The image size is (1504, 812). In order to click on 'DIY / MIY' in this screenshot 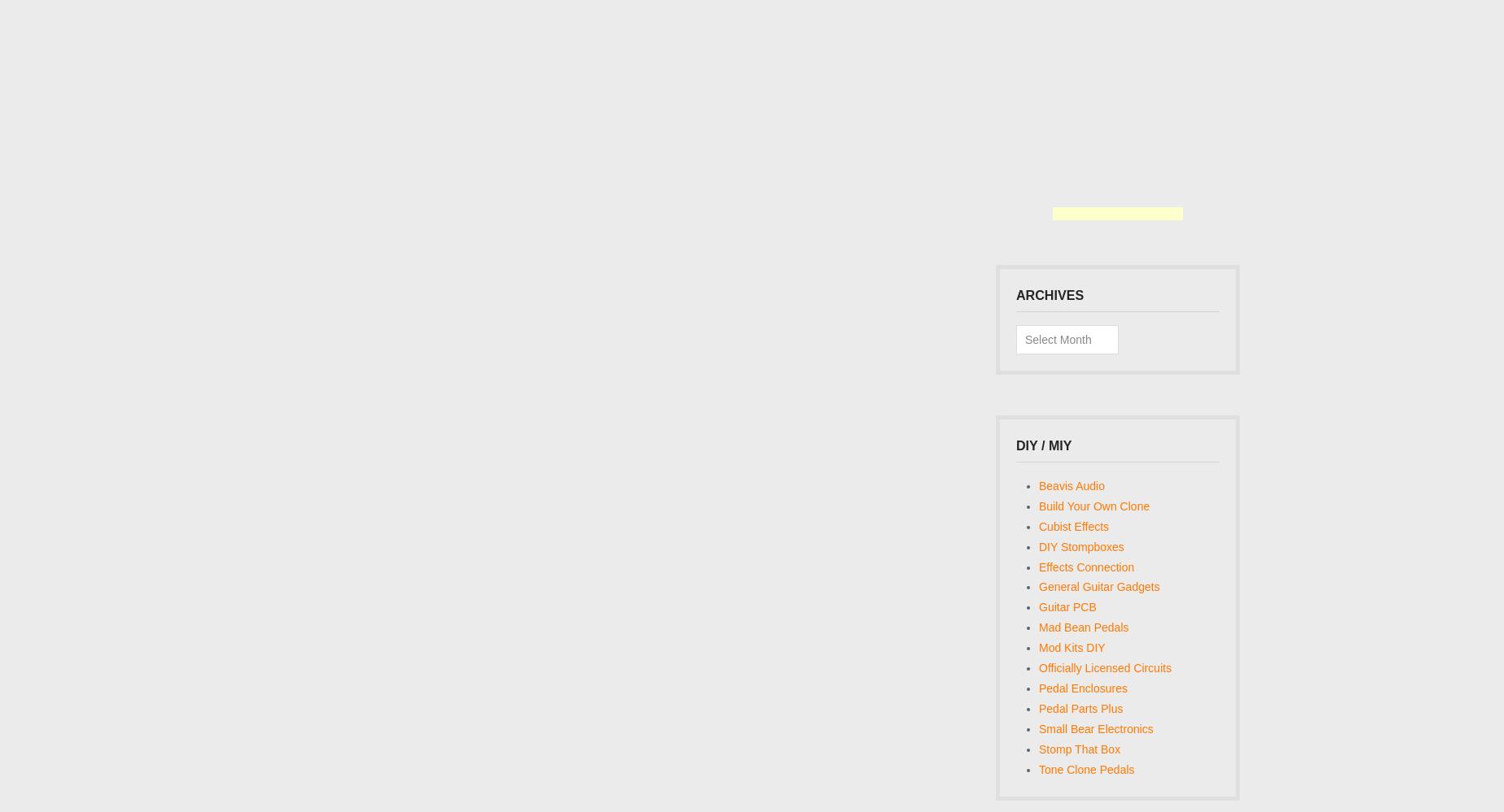, I will do `click(1043, 444)`.